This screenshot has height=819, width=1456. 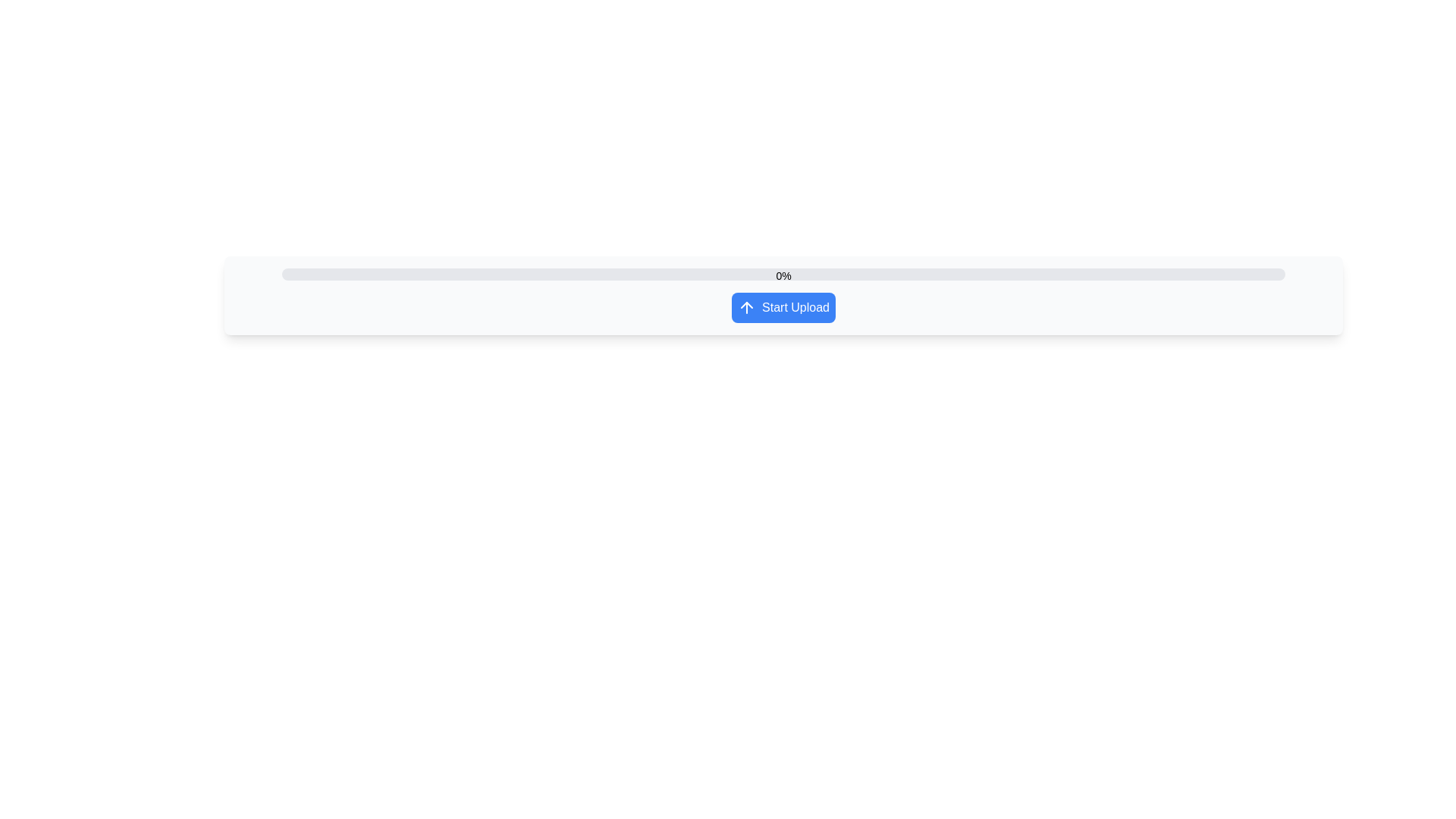 I want to click on the Text label indicating the current progress percentage, which shows 0%, so click(x=783, y=275).